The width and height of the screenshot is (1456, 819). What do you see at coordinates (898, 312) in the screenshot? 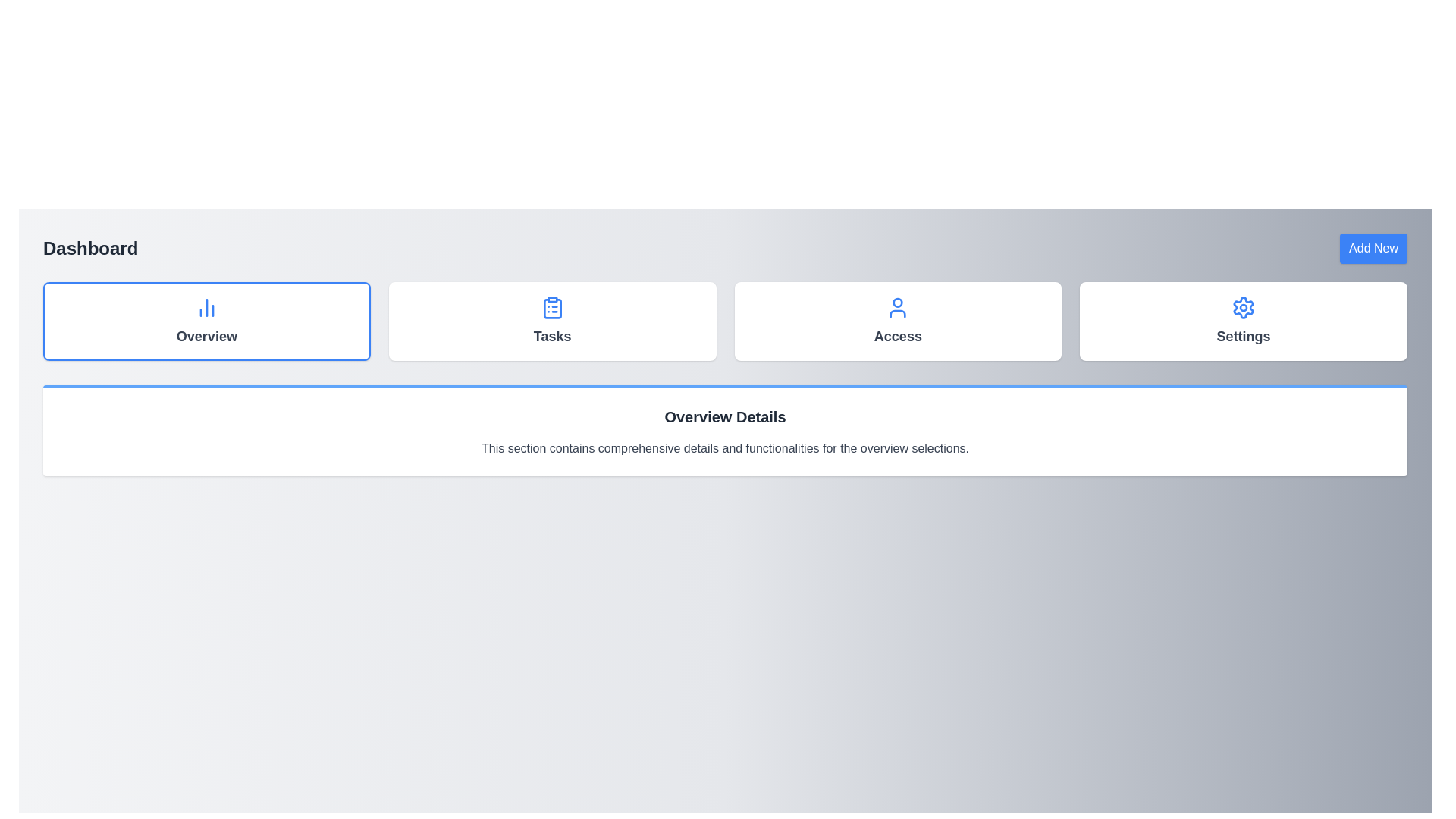
I see `lower component of the user icon represented by the SVG element located in the Access card section using developer tools` at bounding box center [898, 312].